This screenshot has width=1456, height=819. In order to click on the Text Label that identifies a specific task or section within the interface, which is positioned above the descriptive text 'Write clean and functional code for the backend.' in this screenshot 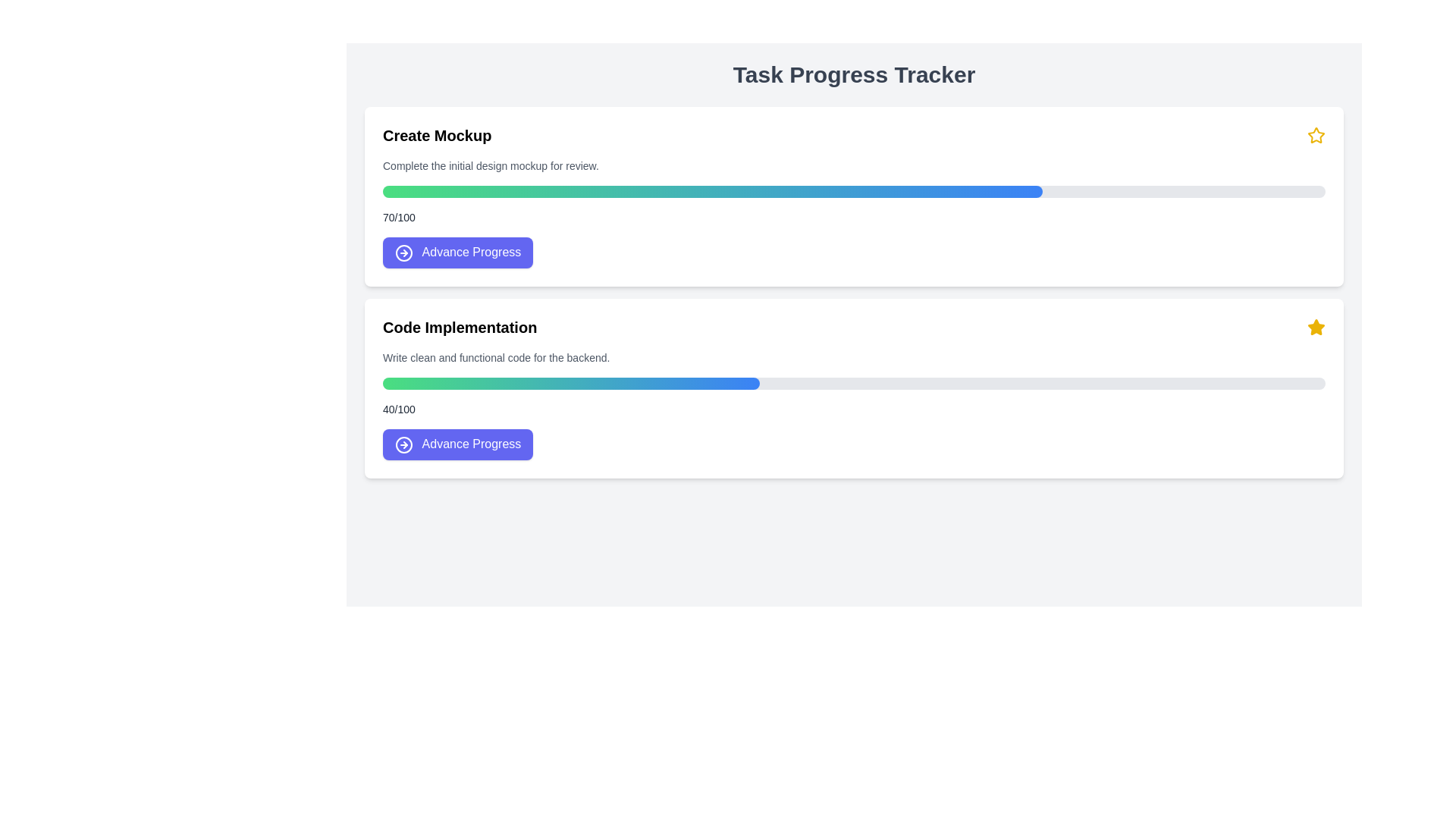, I will do `click(459, 326)`.